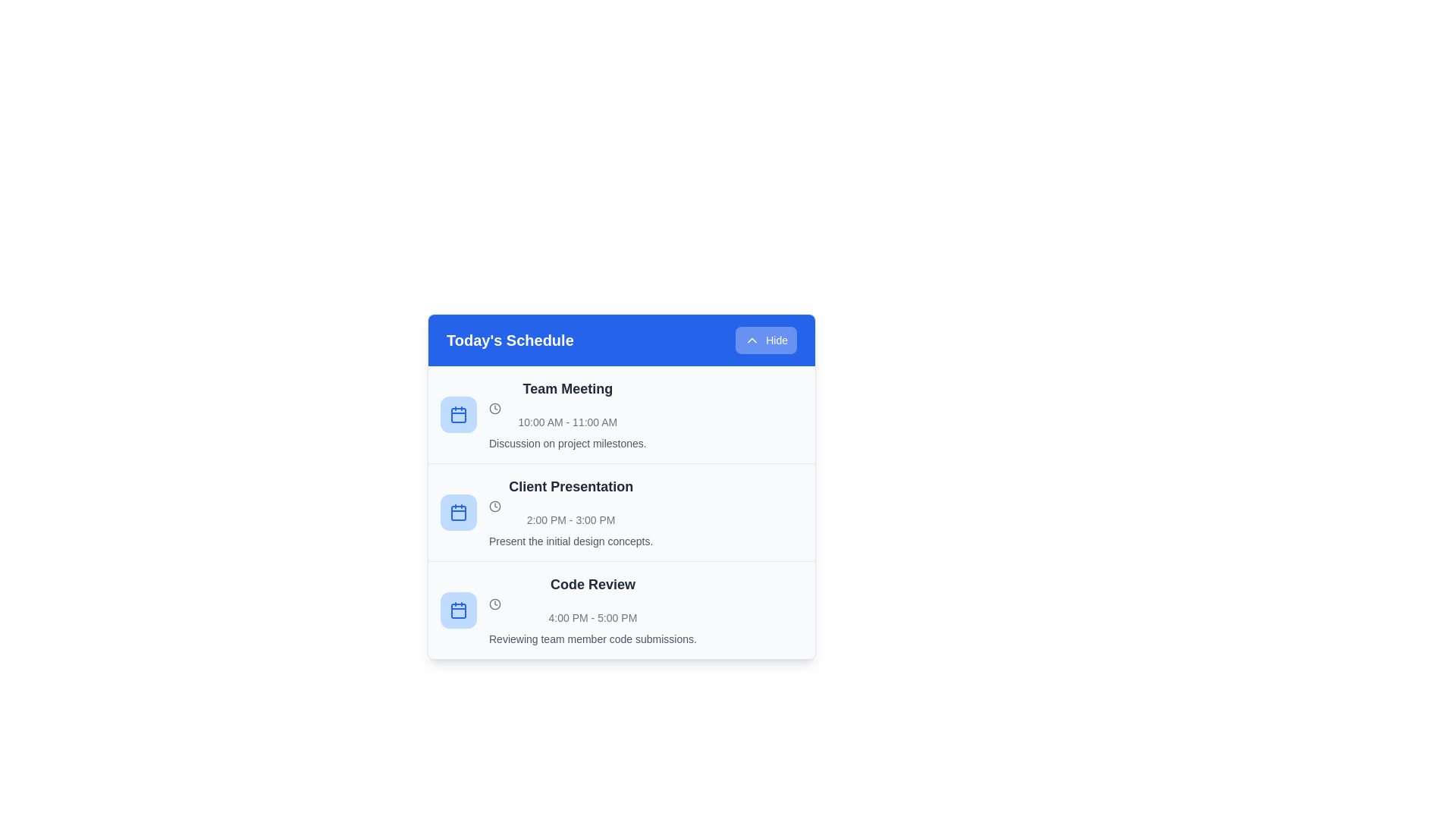 The width and height of the screenshot is (1456, 819). What do you see at coordinates (494, 506) in the screenshot?
I see `the circular clock icon with a minimalist design, outlined in black, located in the 'Client Presentation' section next to the time information ('2:00 PM - 3:00 PM')` at bounding box center [494, 506].